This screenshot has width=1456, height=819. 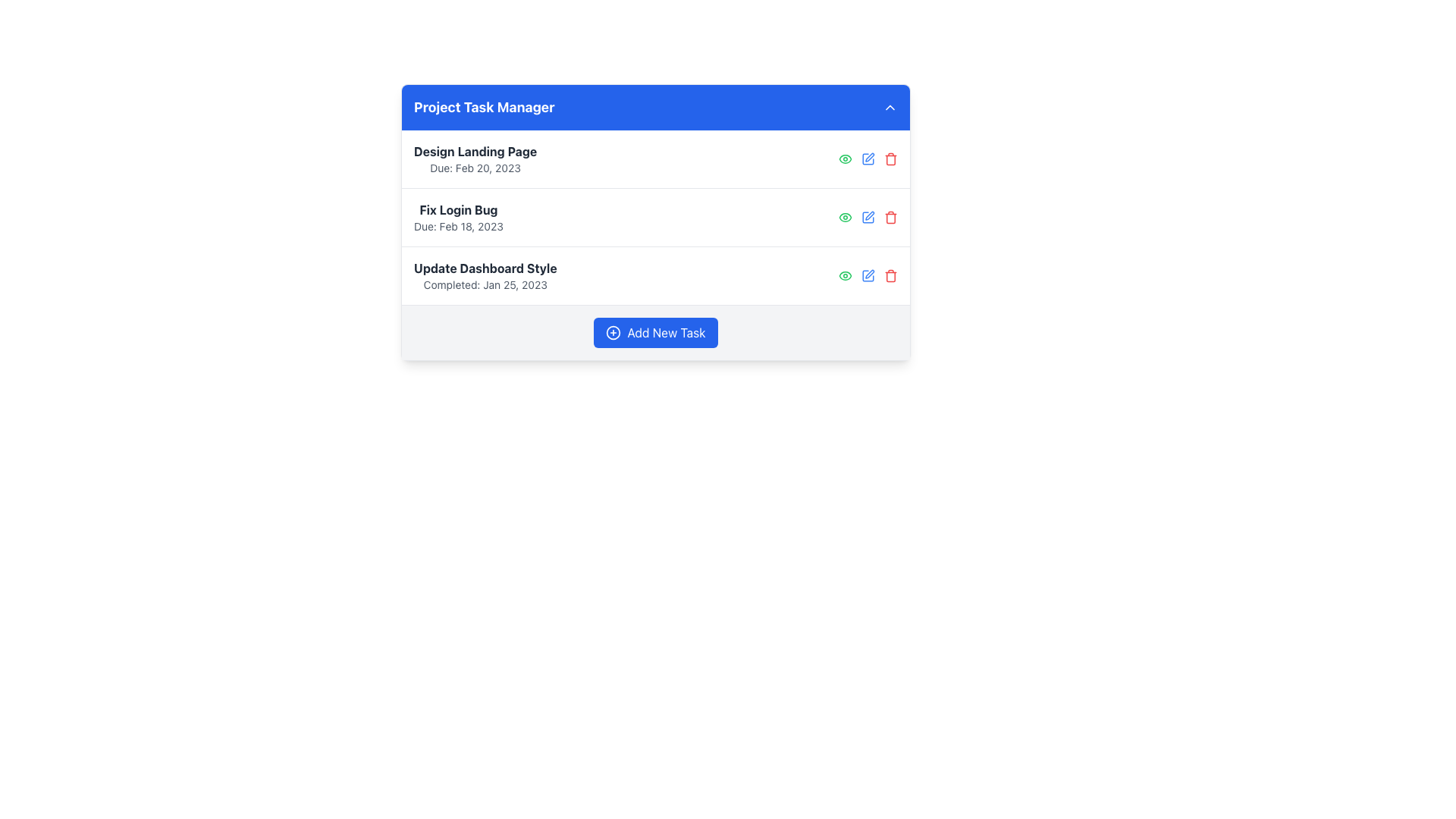 I want to click on the red trash icon, which is the last icon in a row of task-related icons, so click(x=891, y=218).